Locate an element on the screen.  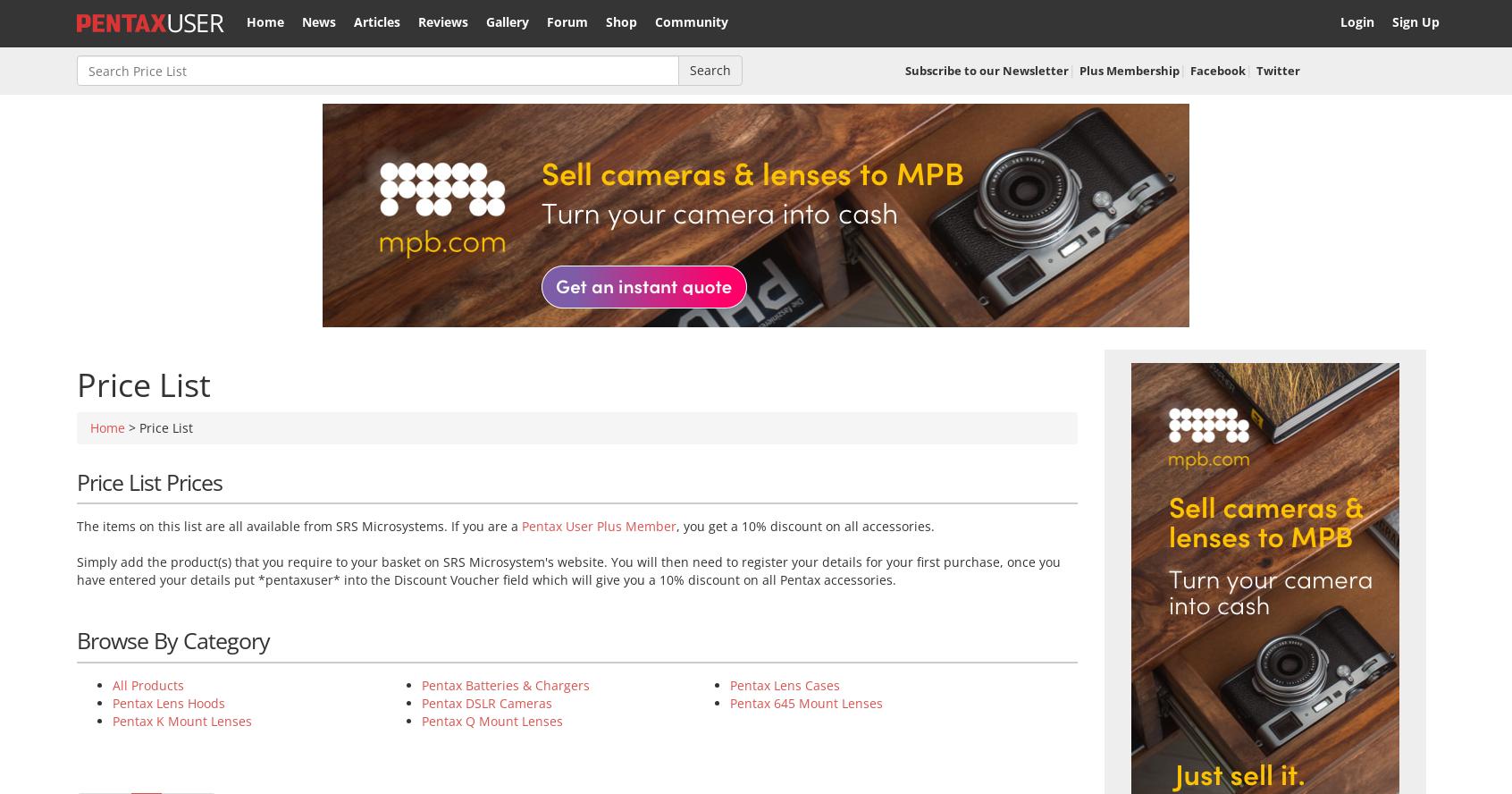
'Forum' is located at coordinates (567, 21).